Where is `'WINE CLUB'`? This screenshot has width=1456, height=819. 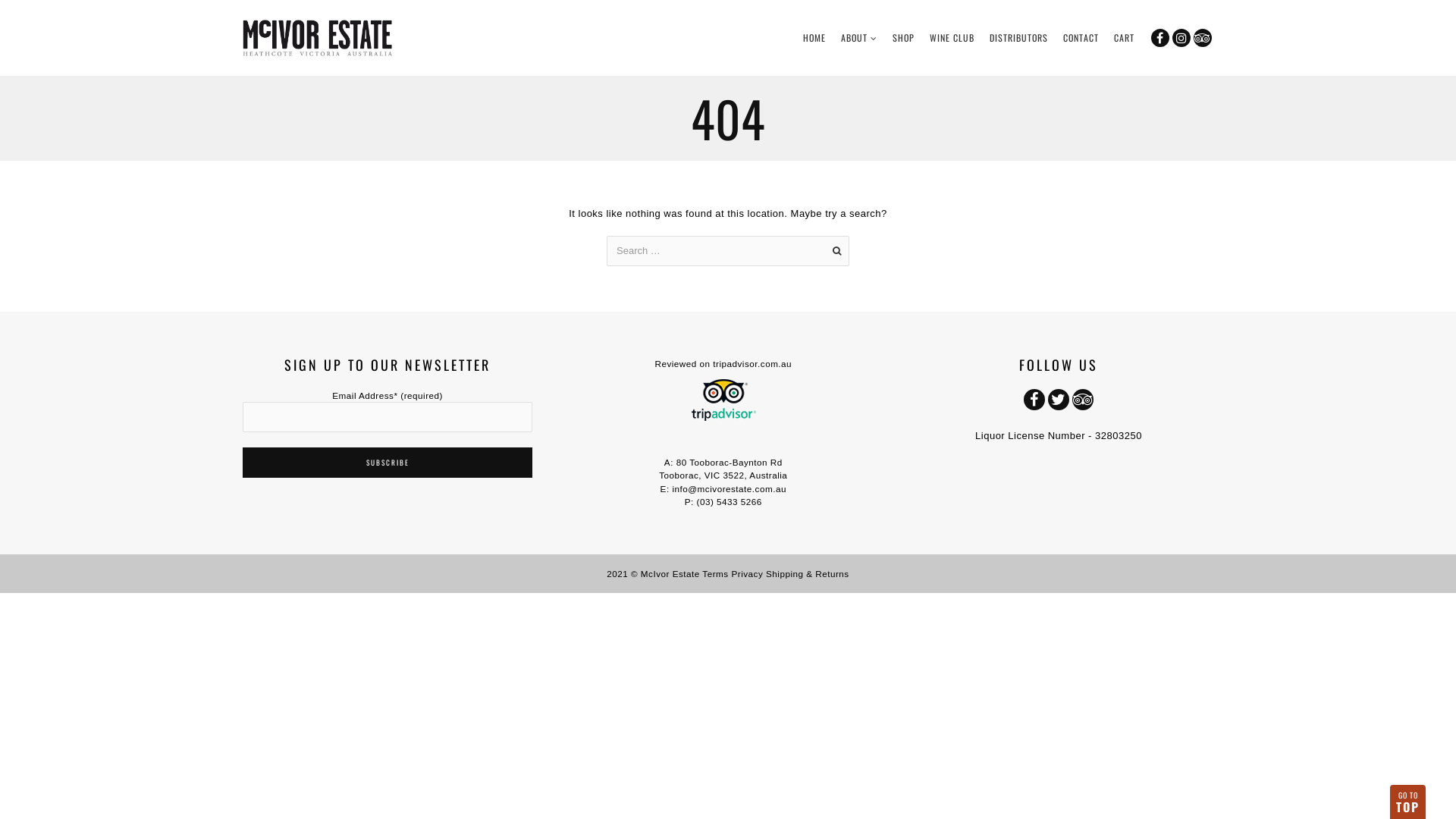
'WINE CLUB' is located at coordinates (951, 37).